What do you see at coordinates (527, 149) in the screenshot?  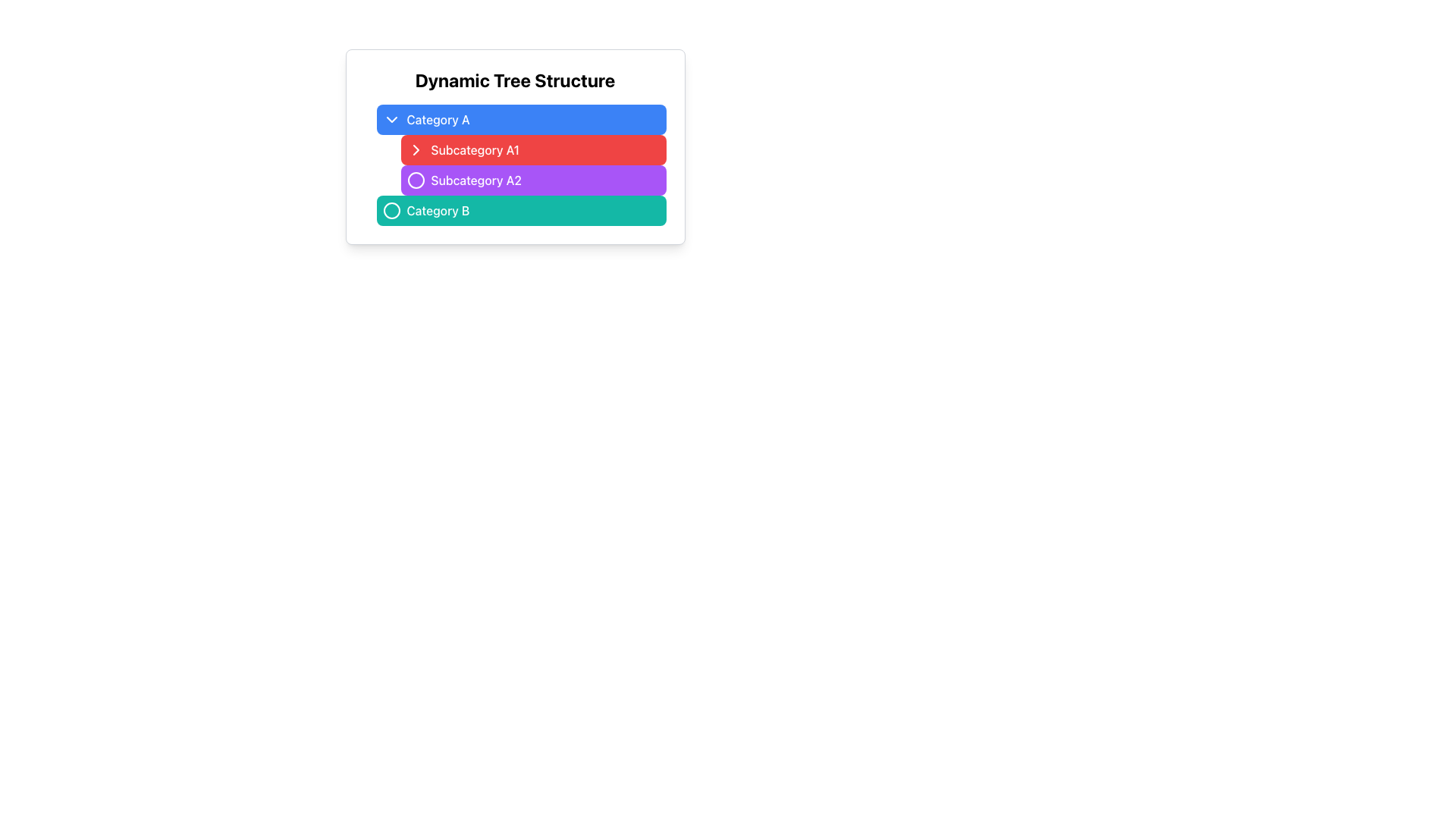 I see `the interactive button located below the 'Category A' blue button and above the 'Subcategory A2' purple button` at bounding box center [527, 149].